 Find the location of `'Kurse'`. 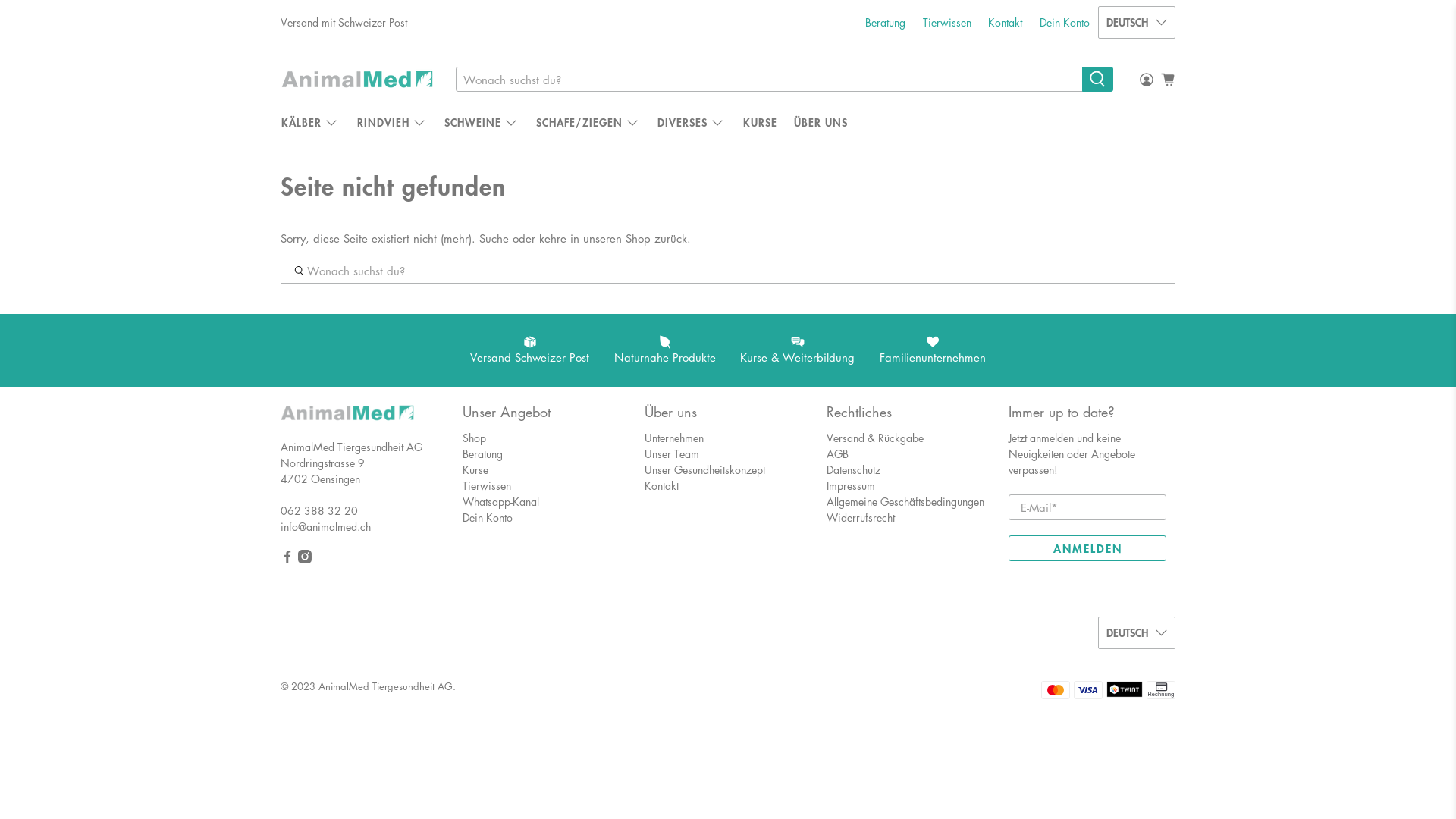

'Kurse' is located at coordinates (475, 468).